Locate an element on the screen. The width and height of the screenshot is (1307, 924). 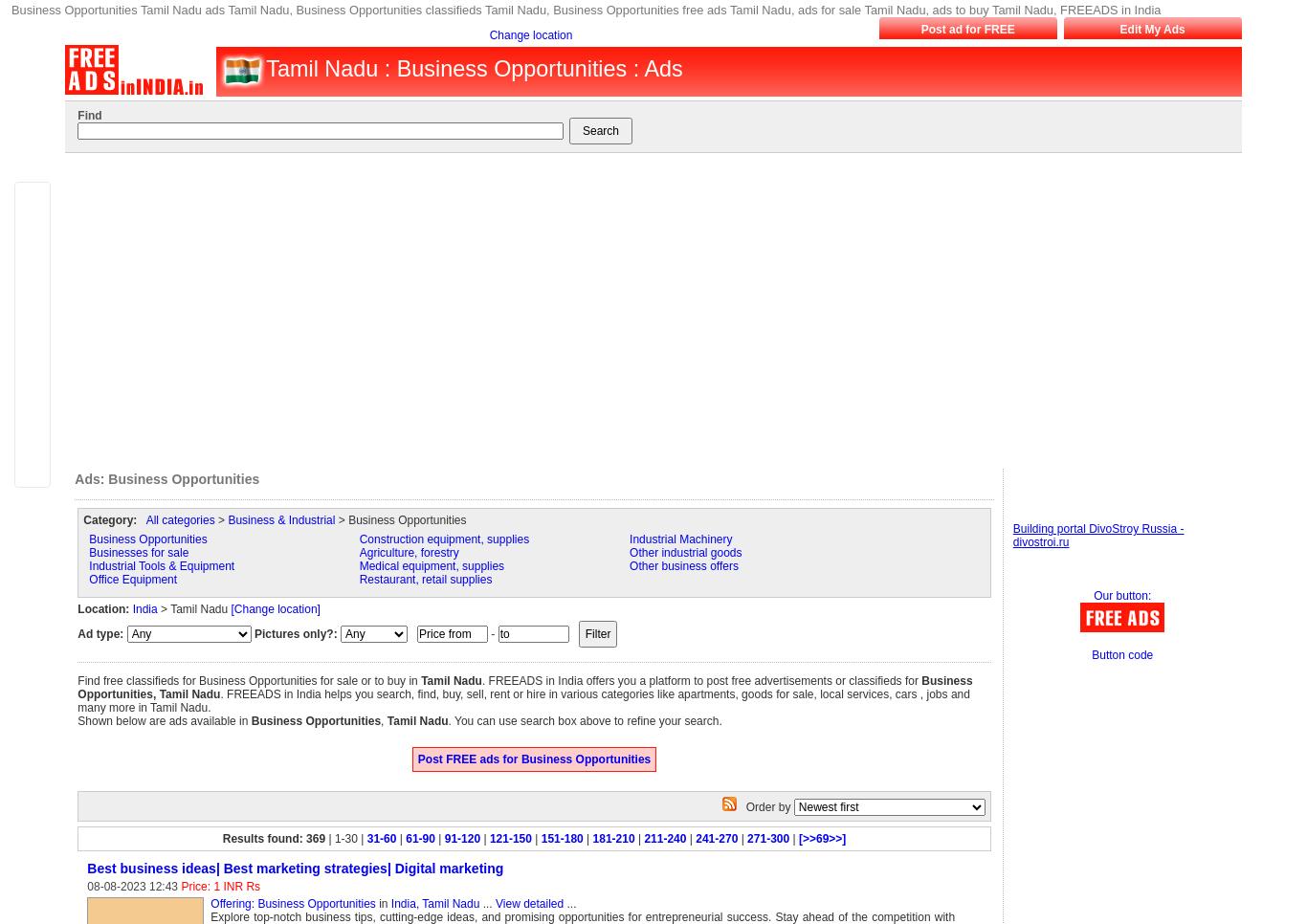
'[Change location]' is located at coordinates (275, 607).